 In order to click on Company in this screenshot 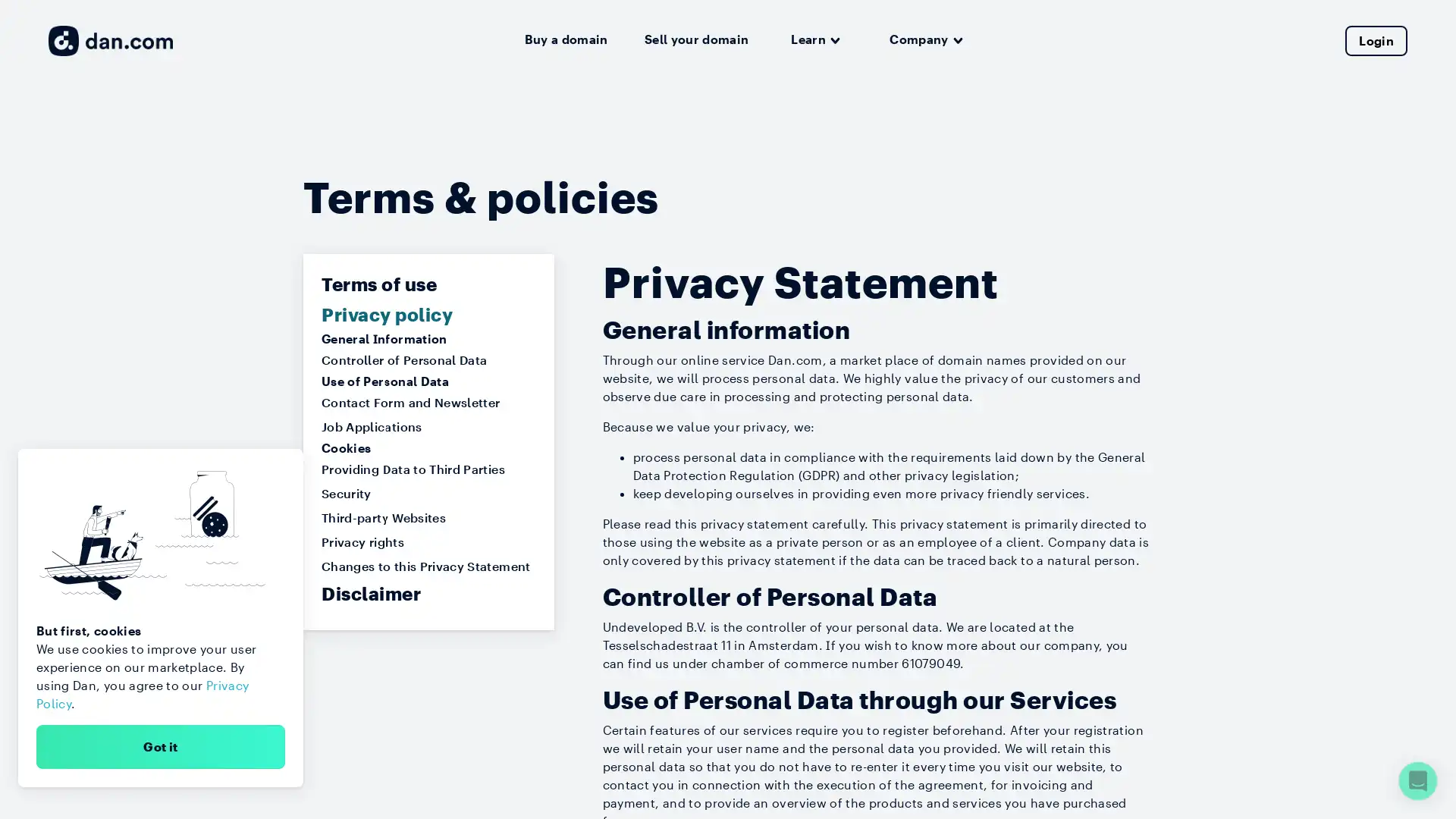, I will do `click(925, 39)`.